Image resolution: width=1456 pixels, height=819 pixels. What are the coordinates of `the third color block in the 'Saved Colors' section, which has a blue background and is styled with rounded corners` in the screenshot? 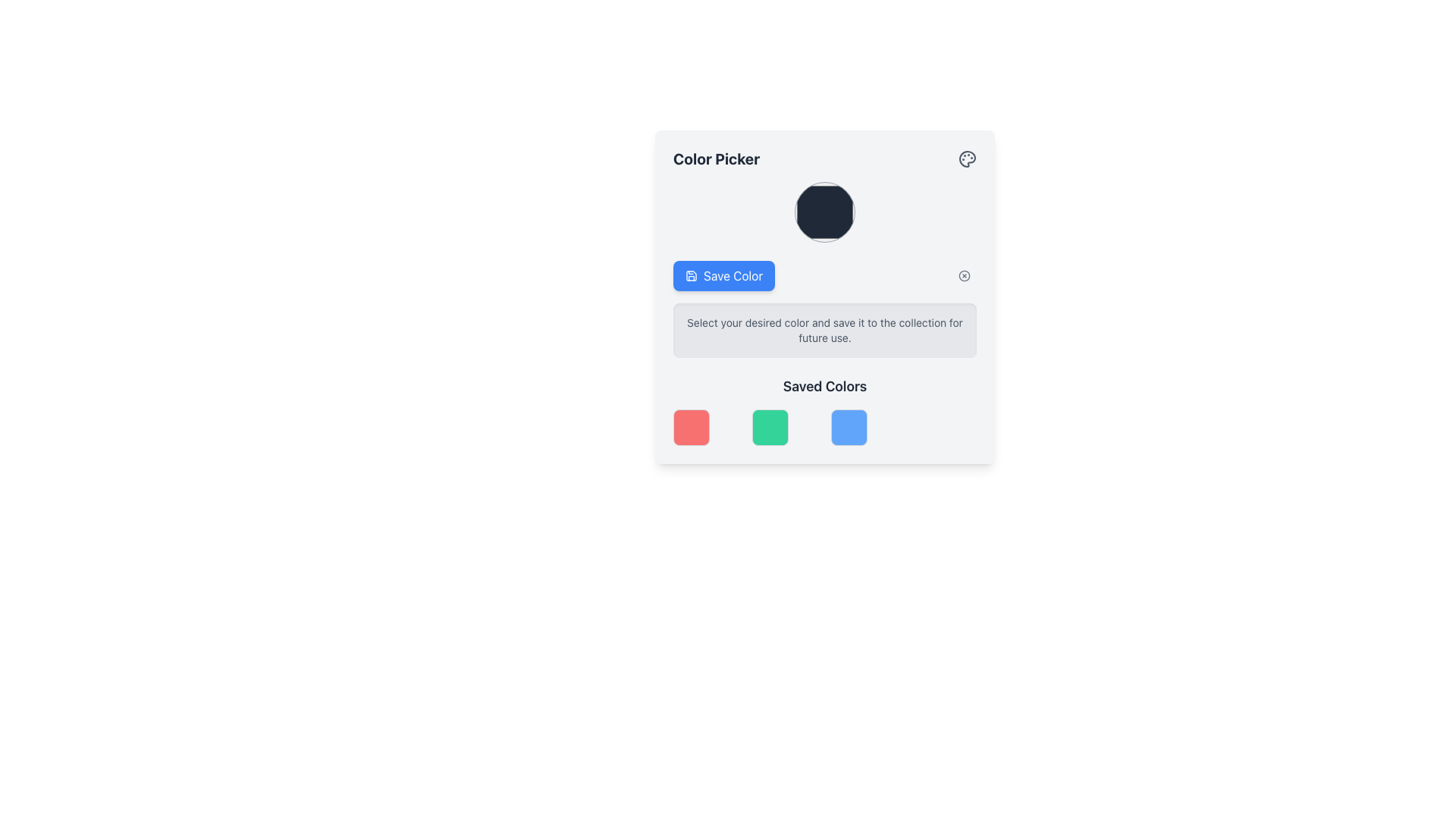 It's located at (848, 427).